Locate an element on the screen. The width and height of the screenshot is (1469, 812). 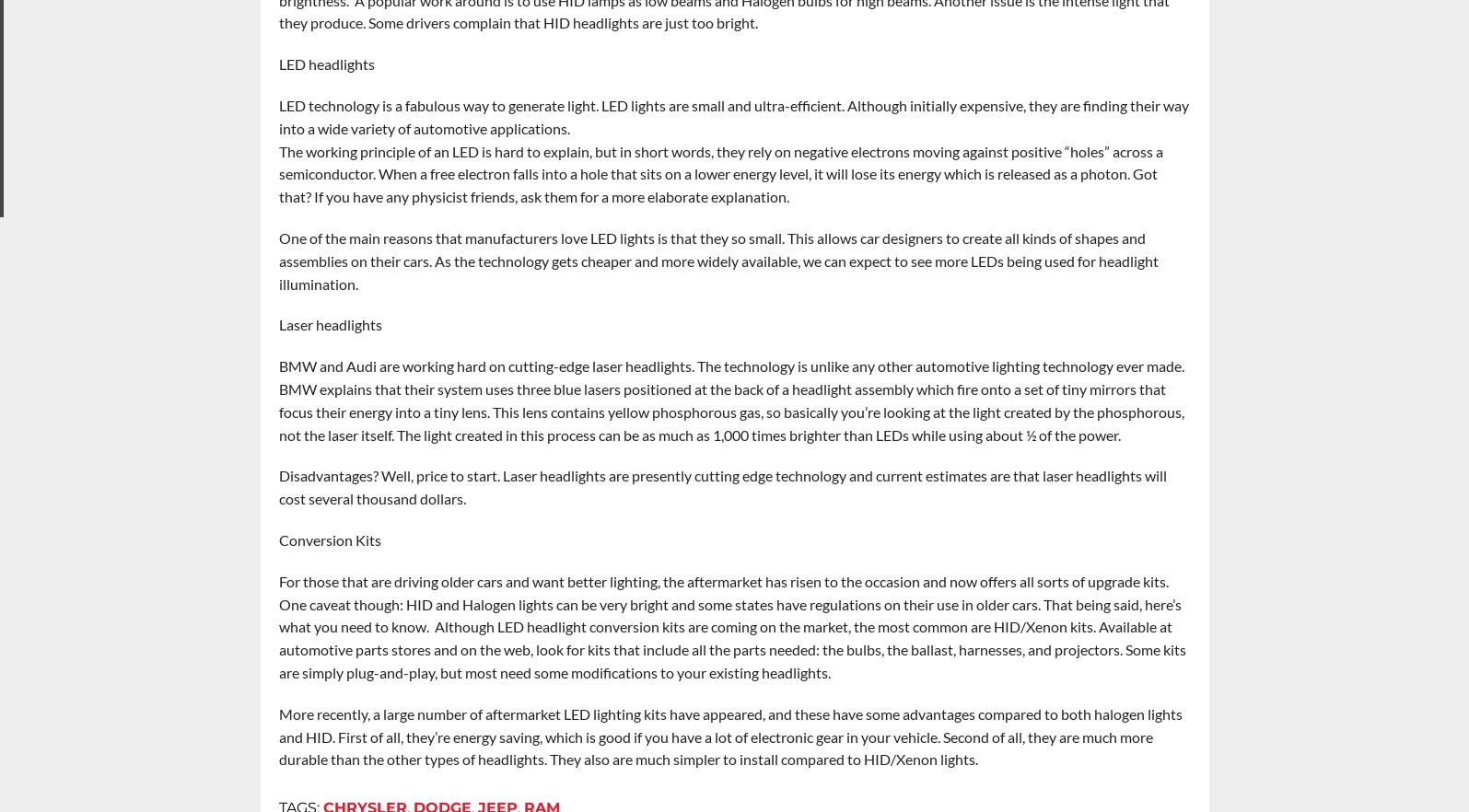
'Conversion Kits' is located at coordinates (277, 539).